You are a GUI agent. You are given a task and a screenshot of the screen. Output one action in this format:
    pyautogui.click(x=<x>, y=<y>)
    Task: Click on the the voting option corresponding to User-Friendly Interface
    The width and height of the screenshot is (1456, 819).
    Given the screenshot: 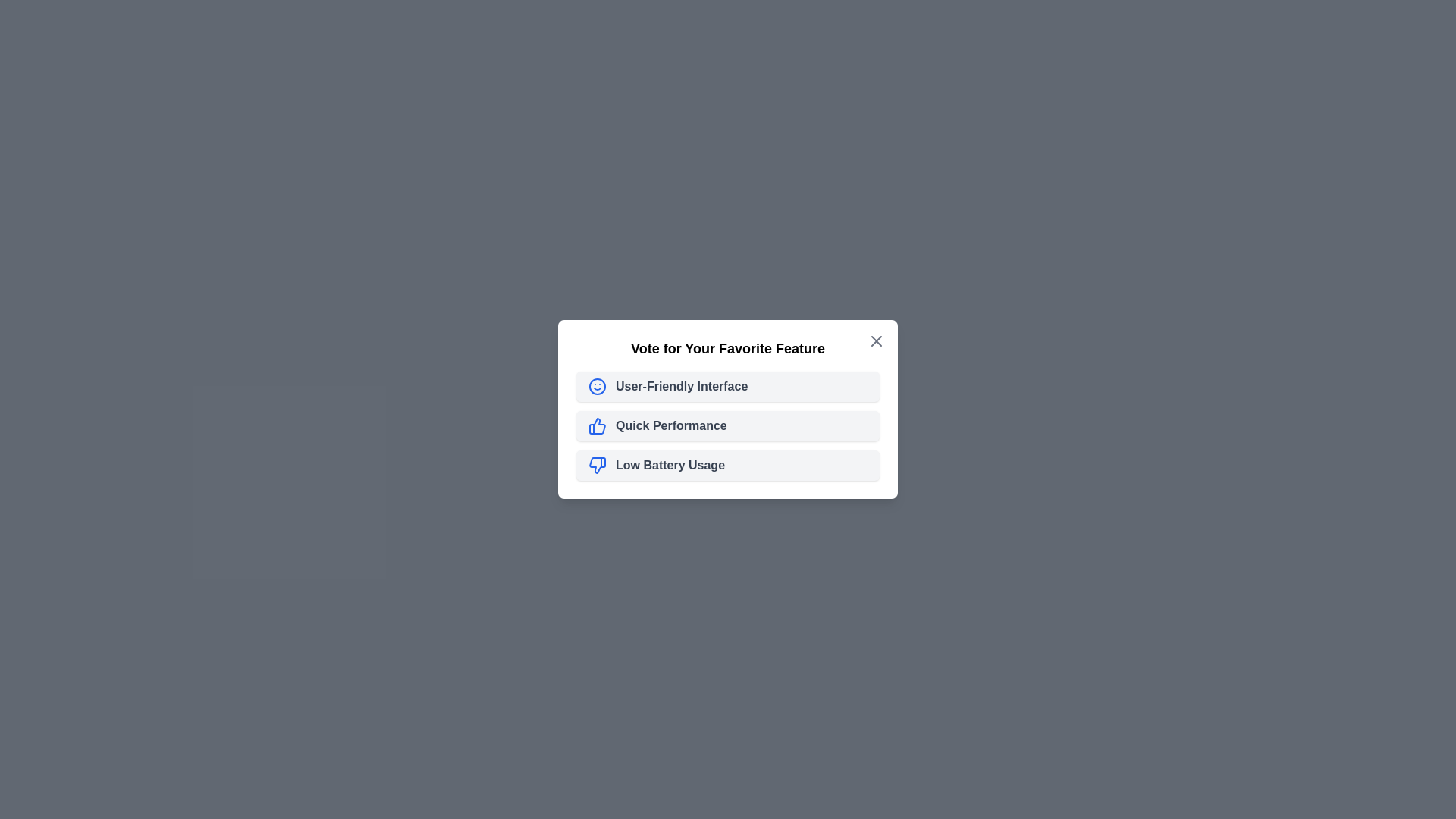 What is the action you would take?
    pyautogui.click(x=728, y=385)
    